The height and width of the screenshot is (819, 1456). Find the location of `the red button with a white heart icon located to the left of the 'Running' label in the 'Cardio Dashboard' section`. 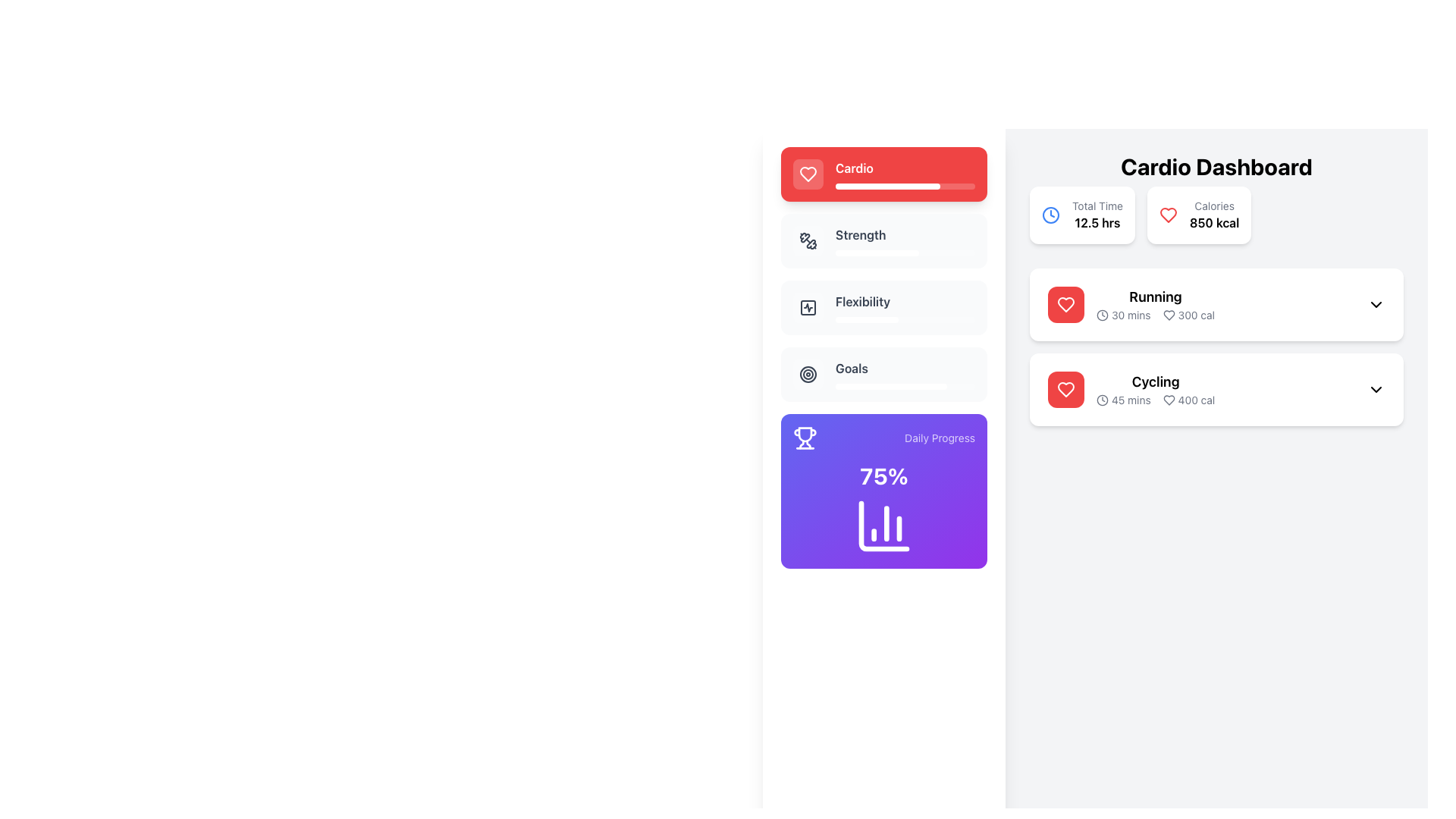

the red button with a white heart icon located to the left of the 'Running' label in the 'Cardio Dashboard' section is located at coordinates (1065, 304).